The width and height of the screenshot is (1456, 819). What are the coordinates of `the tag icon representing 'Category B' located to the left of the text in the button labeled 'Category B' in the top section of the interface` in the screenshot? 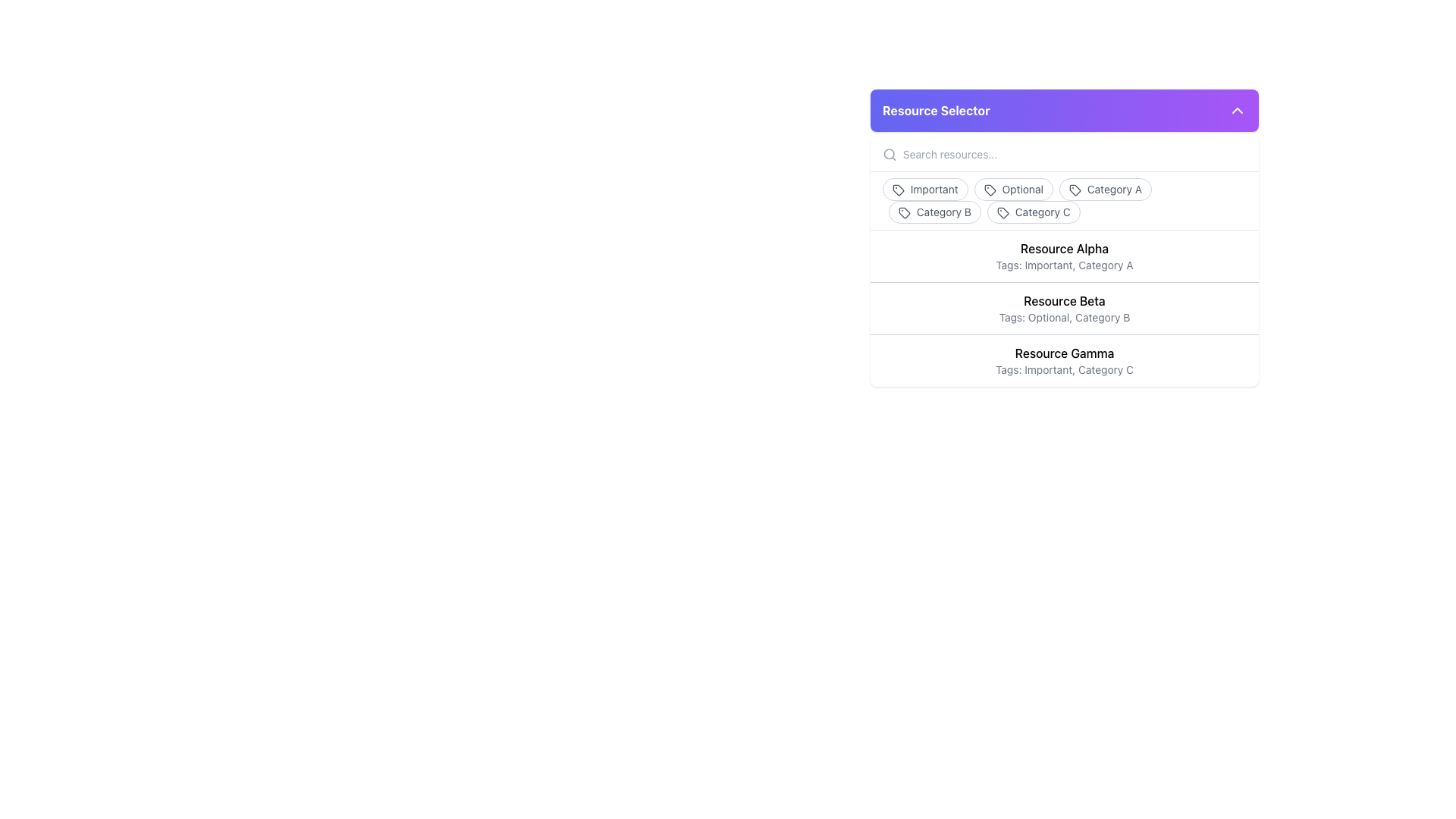 It's located at (905, 213).